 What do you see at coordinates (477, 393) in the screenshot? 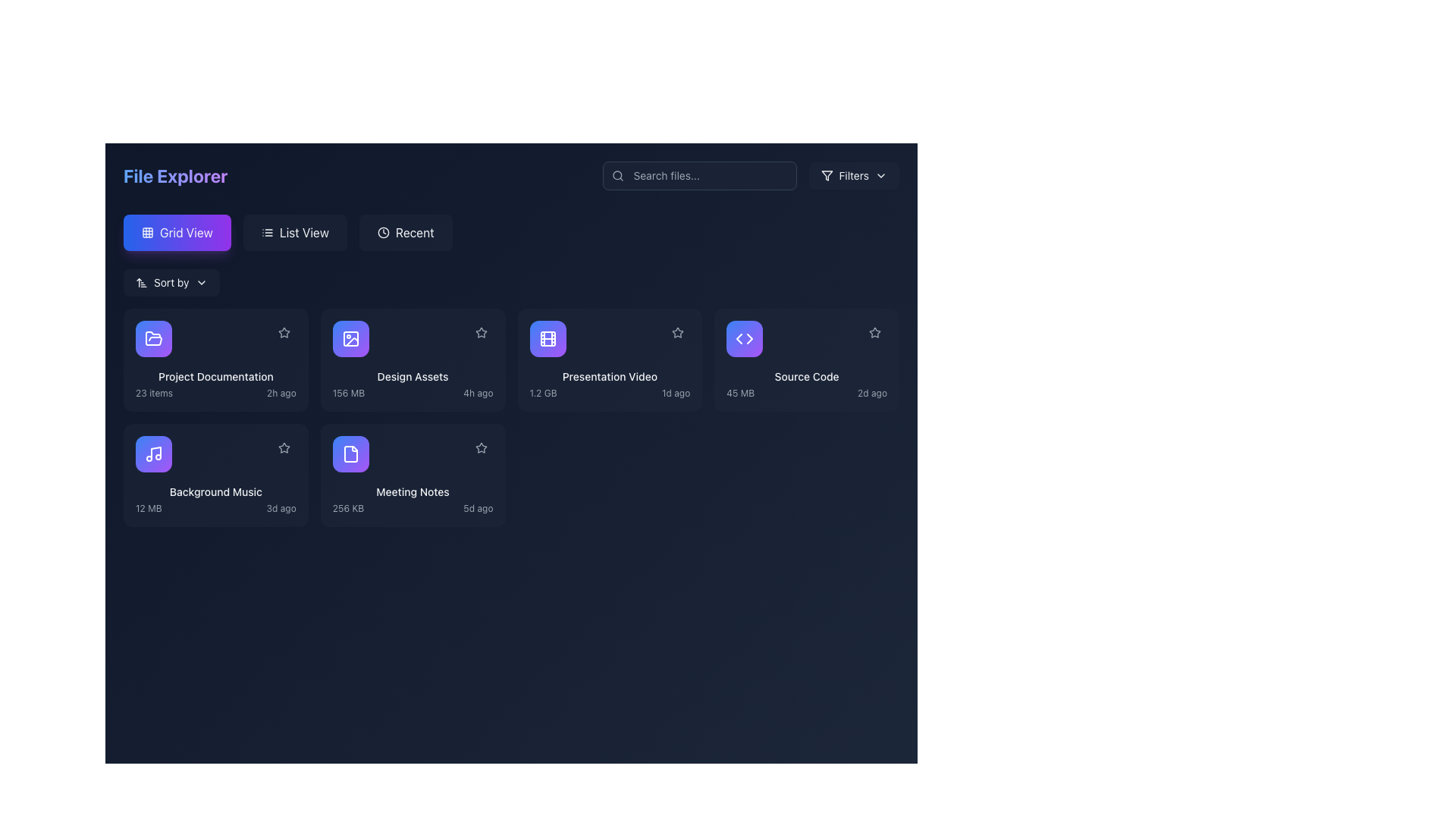
I see `textual element displaying '4h ago', which is styled in a small, light gray sans-serif font and located at the bottom right corner of the 'Design Assets' card in the file explorer grid layout` at bounding box center [477, 393].